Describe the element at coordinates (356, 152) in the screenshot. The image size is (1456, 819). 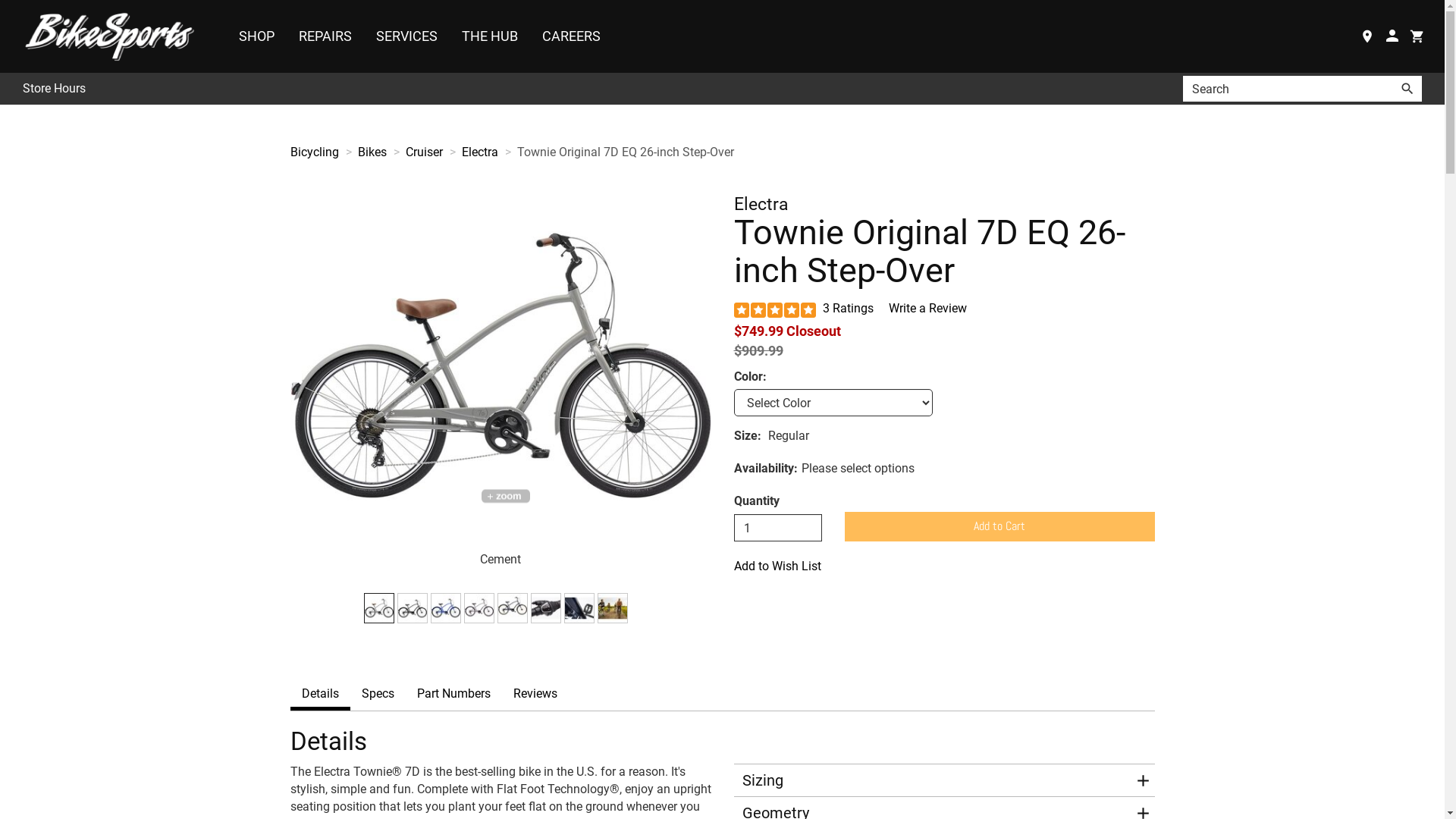
I see `'Bikes'` at that location.